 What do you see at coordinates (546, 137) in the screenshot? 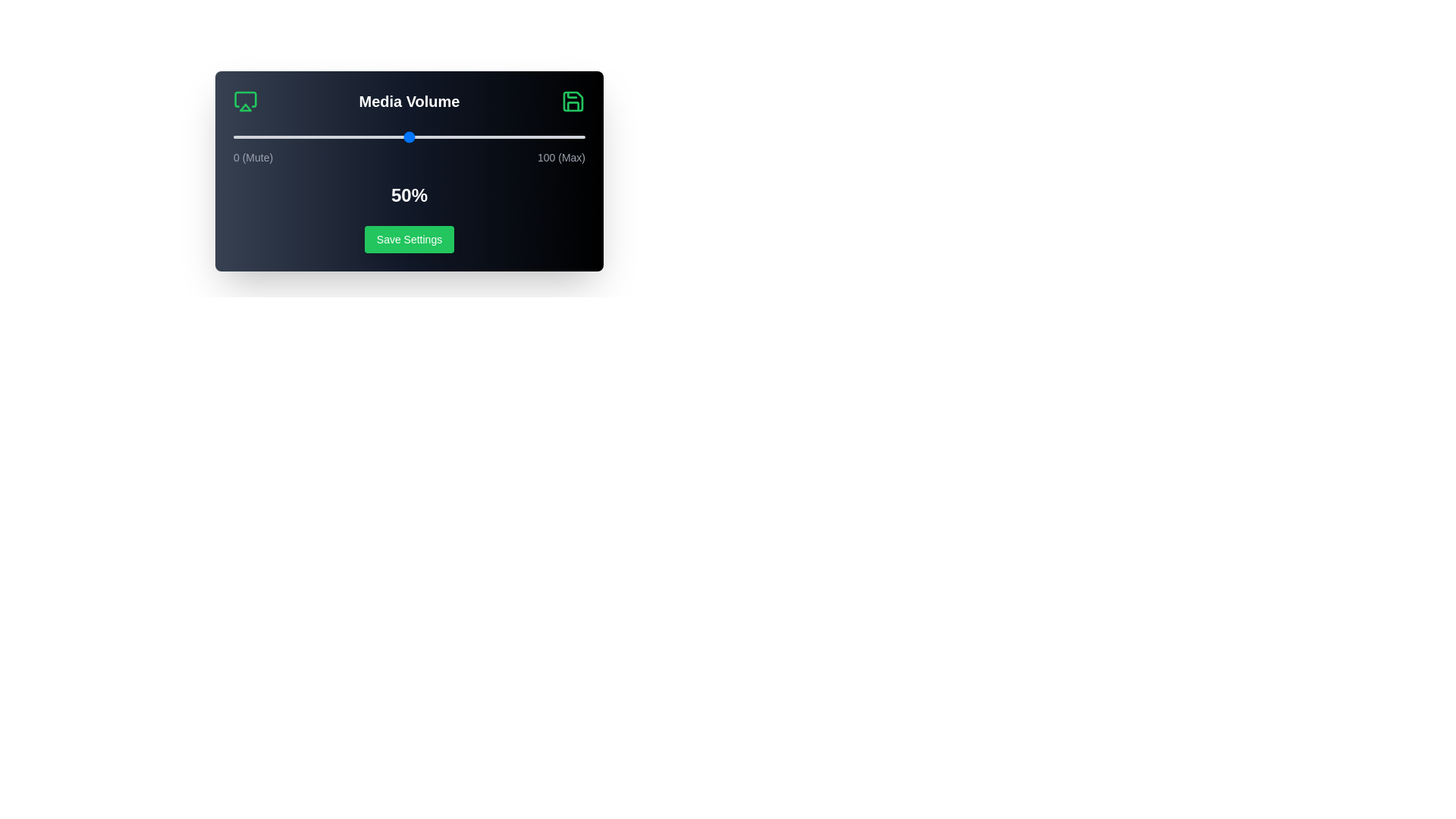
I see `the volume slider to 89%` at bounding box center [546, 137].